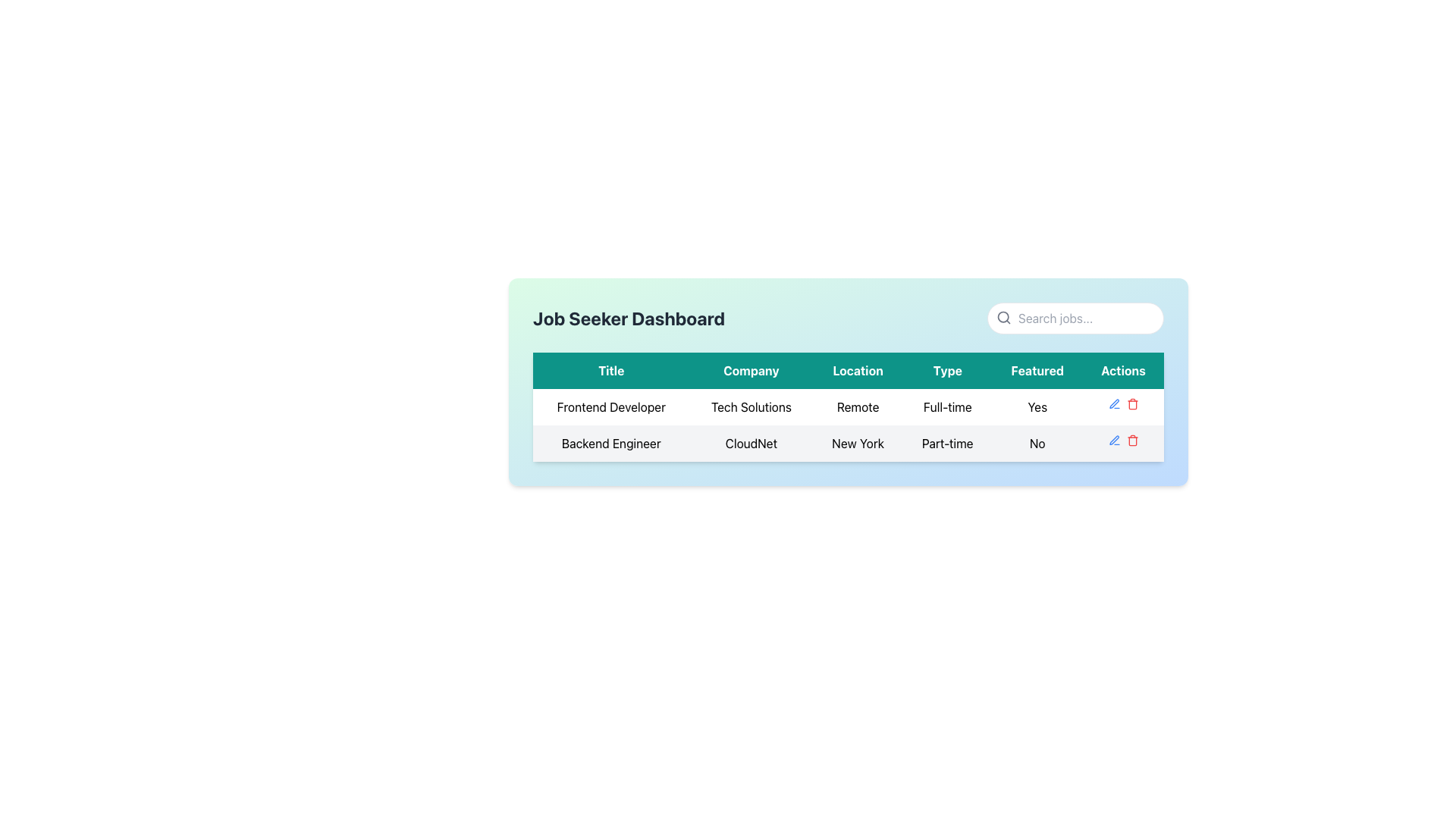  Describe the element at coordinates (1132, 441) in the screenshot. I see `the delete icon button located in the second row of the table under the 'Actions' column` at that location.